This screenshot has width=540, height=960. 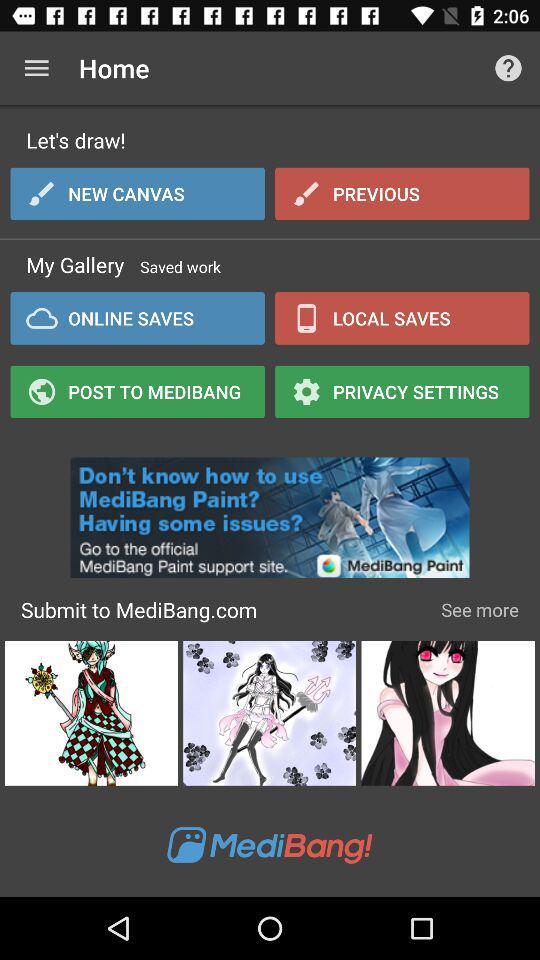 What do you see at coordinates (402, 390) in the screenshot?
I see `privacy settings` at bounding box center [402, 390].